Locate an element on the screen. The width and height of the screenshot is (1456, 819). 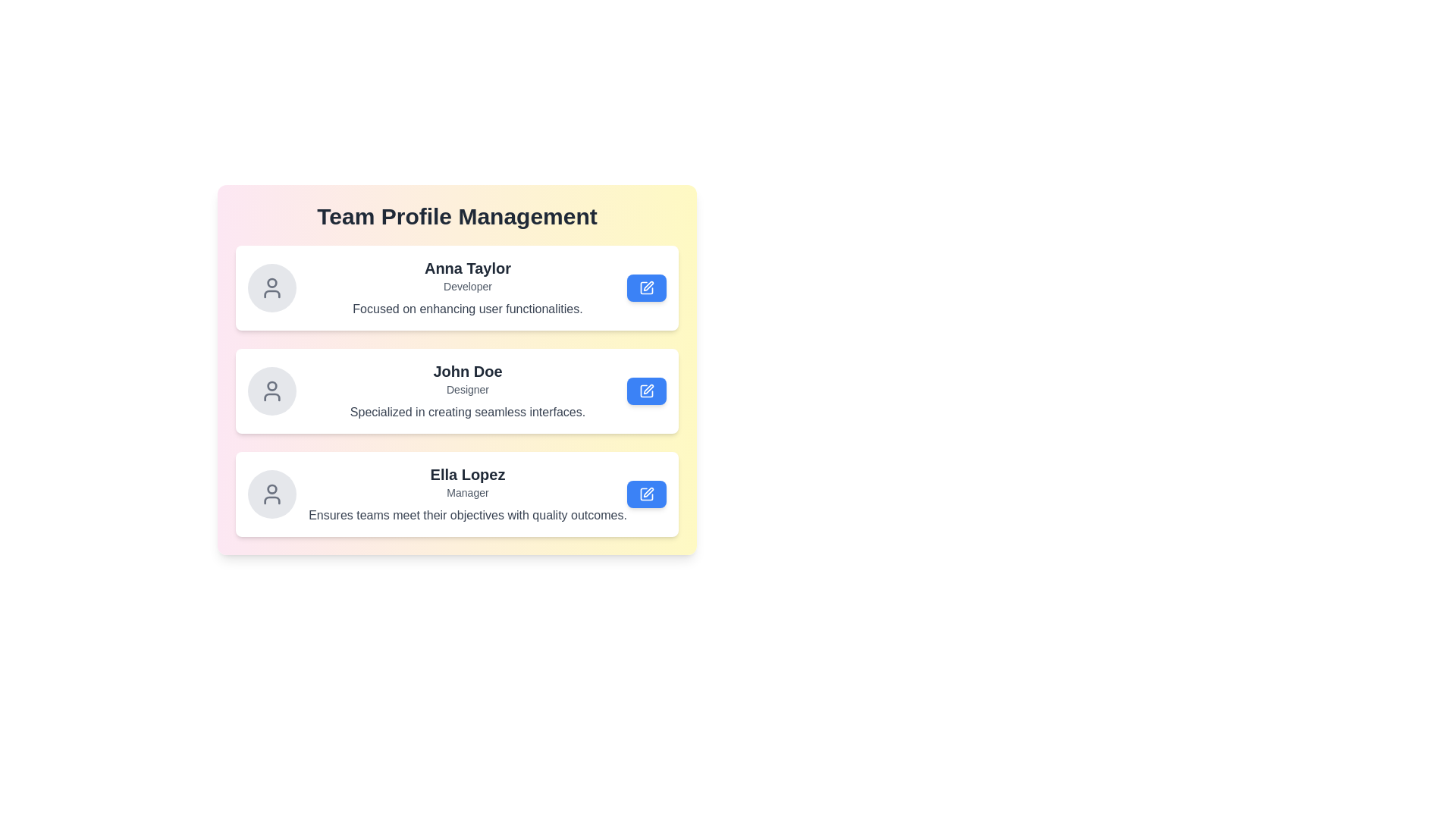
the edit button for the profile of Anna Taylor is located at coordinates (647, 288).